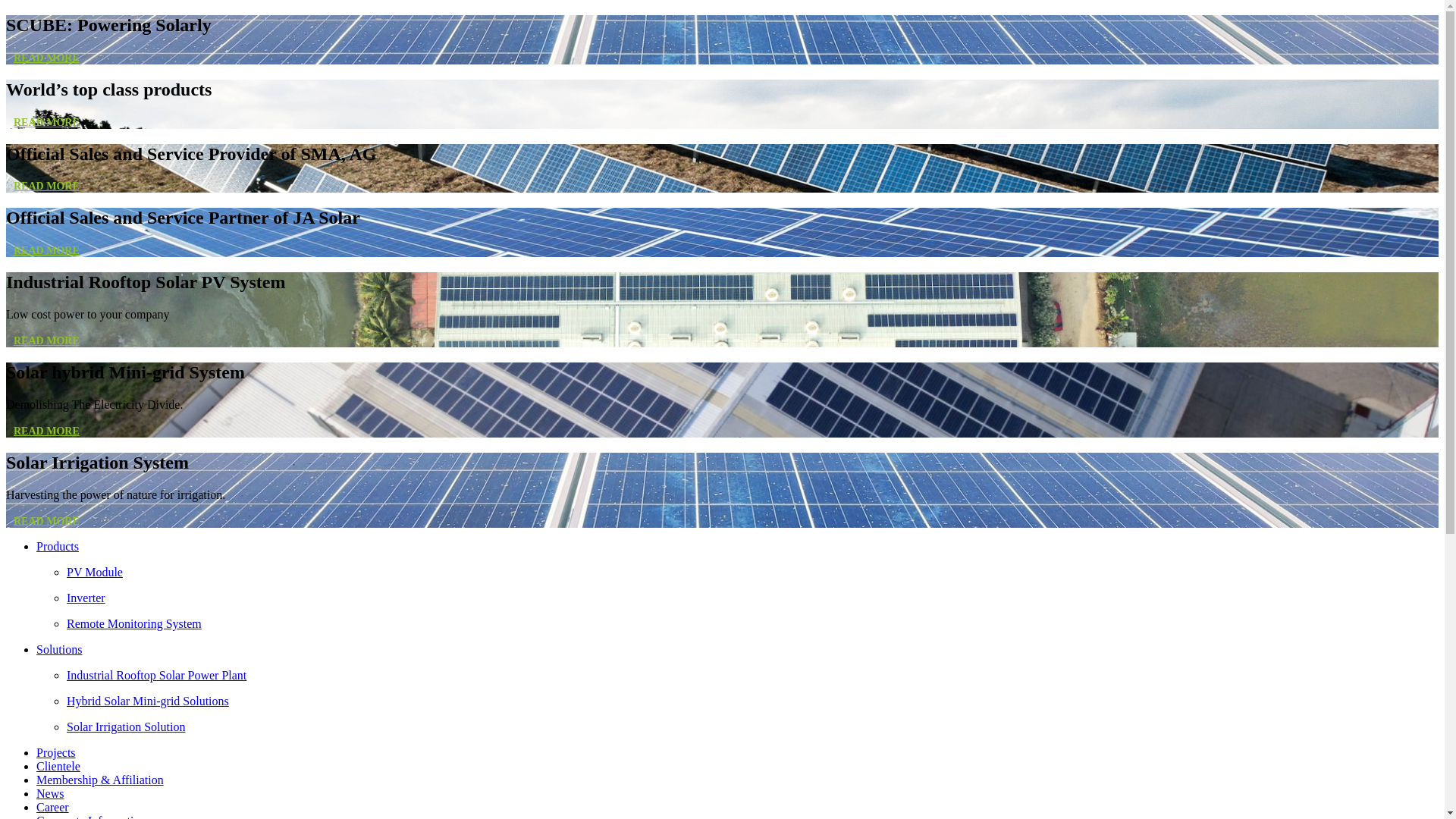 The height and width of the screenshot is (819, 1456). What do you see at coordinates (752, 701) in the screenshot?
I see `'Hybrid Solar Mini-grid Solutions'` at bounding box center [752, 701].